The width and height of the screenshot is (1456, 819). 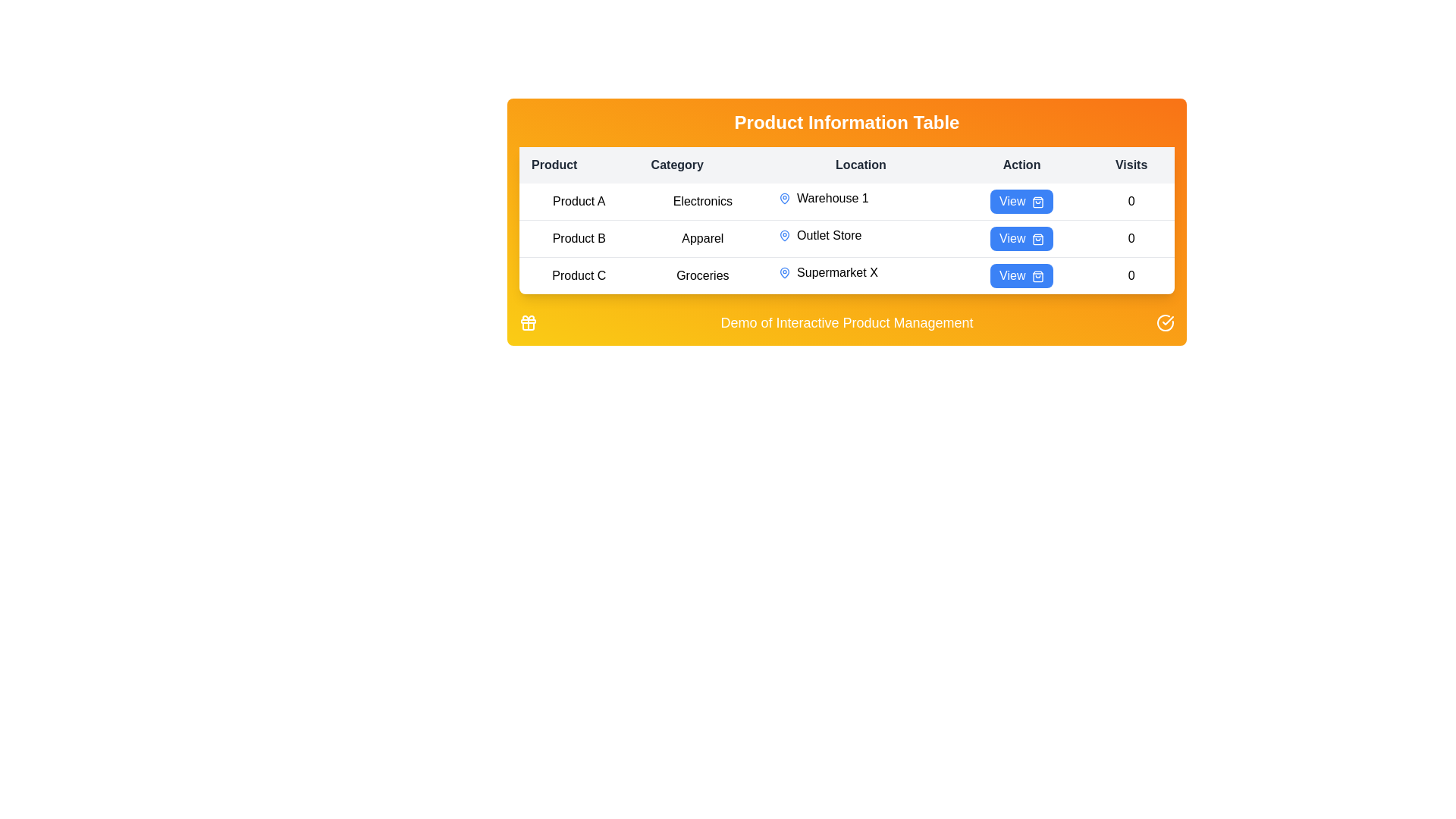 What do you see at coordinates (1037, 239) in the screenshot?
I see `the appearance of the shopping bag icon located at the right-most edge of the blue 'View' button in the Action column of the middle row in the product information section` at bounding box center [1037, 239].